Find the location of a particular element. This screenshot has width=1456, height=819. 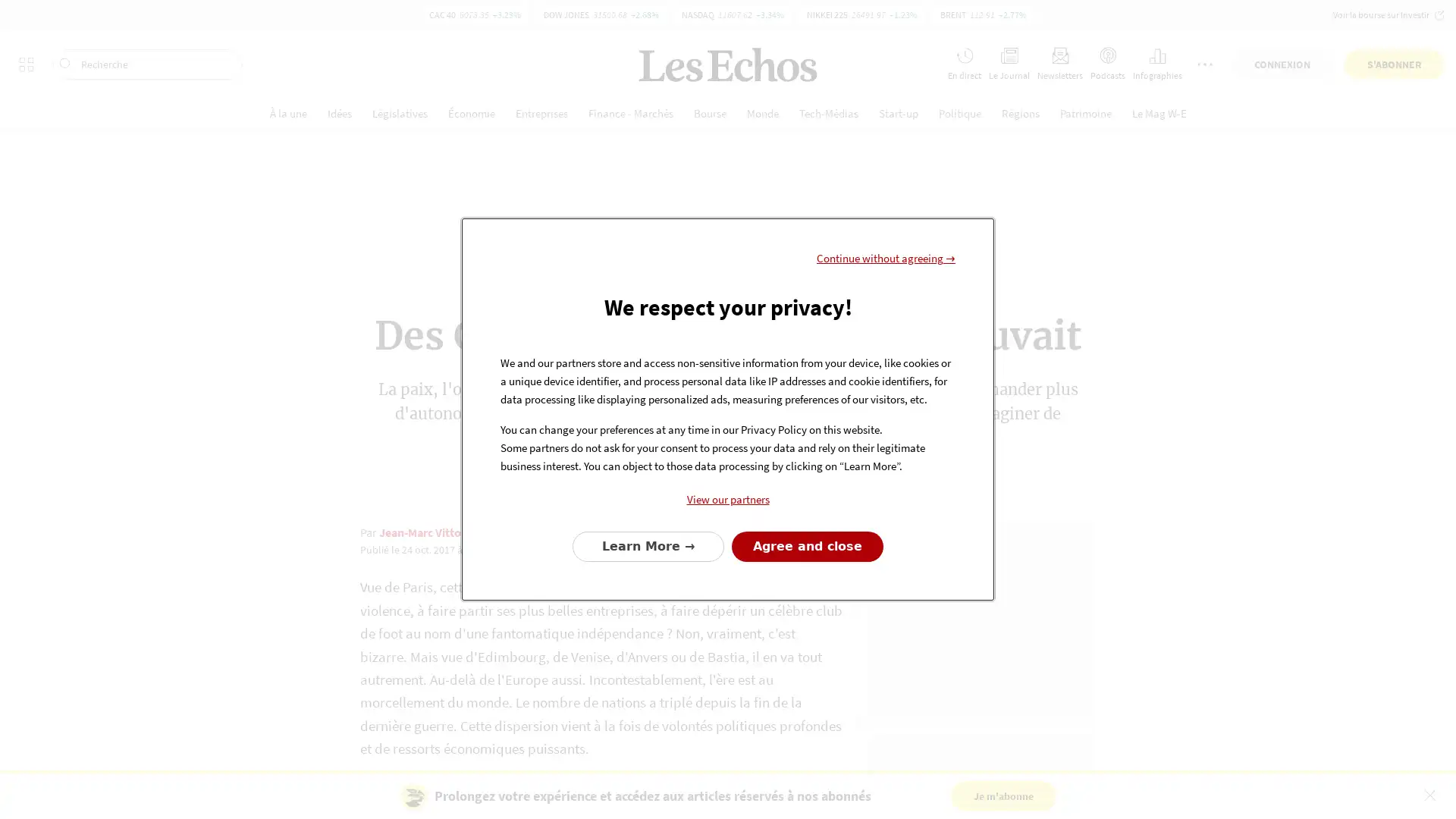

CONNEXION is located at coordinates (1281, 20).